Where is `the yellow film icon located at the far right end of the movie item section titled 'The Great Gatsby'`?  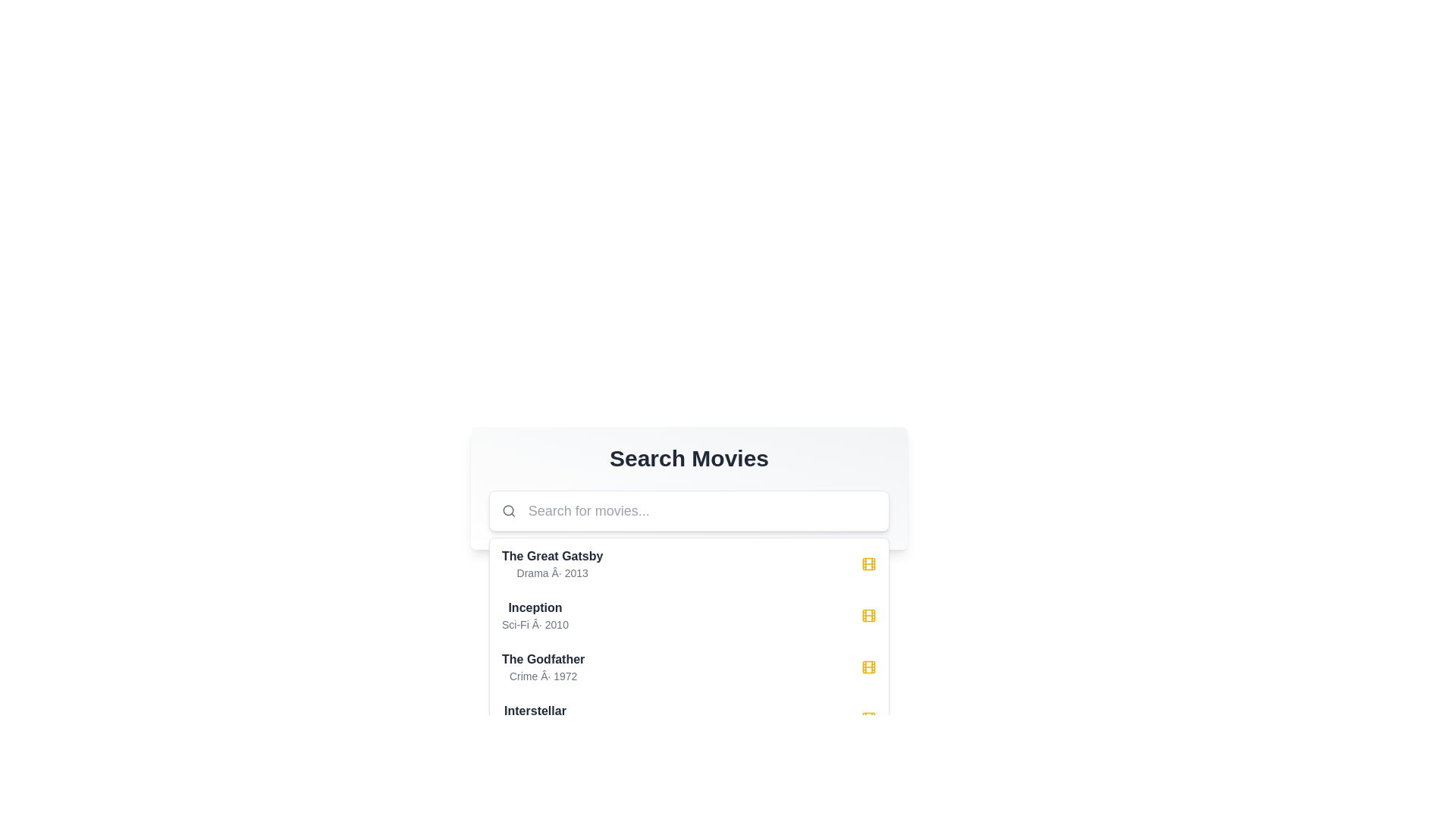 the yellow film icon located at the far right end of the movie item section titled 'The Great Gatsby' is located at coordinates (869, 564).